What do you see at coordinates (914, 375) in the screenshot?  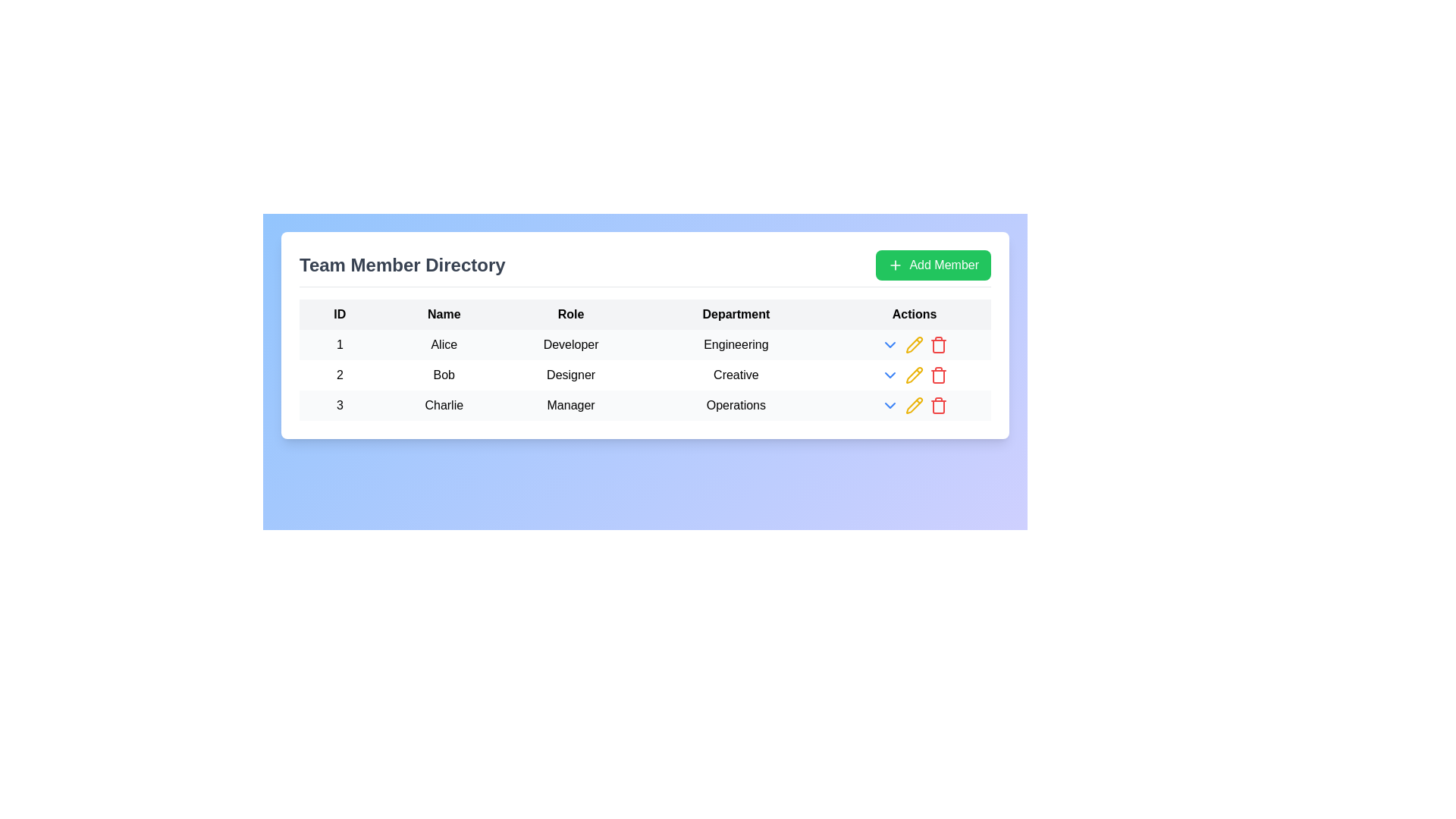 I see `the editing button located in the 'Actions' column of the second row of the directory table, which corresponds to the entry with 'Bob' in the 'Name' field` at bounding box center [914, 375].